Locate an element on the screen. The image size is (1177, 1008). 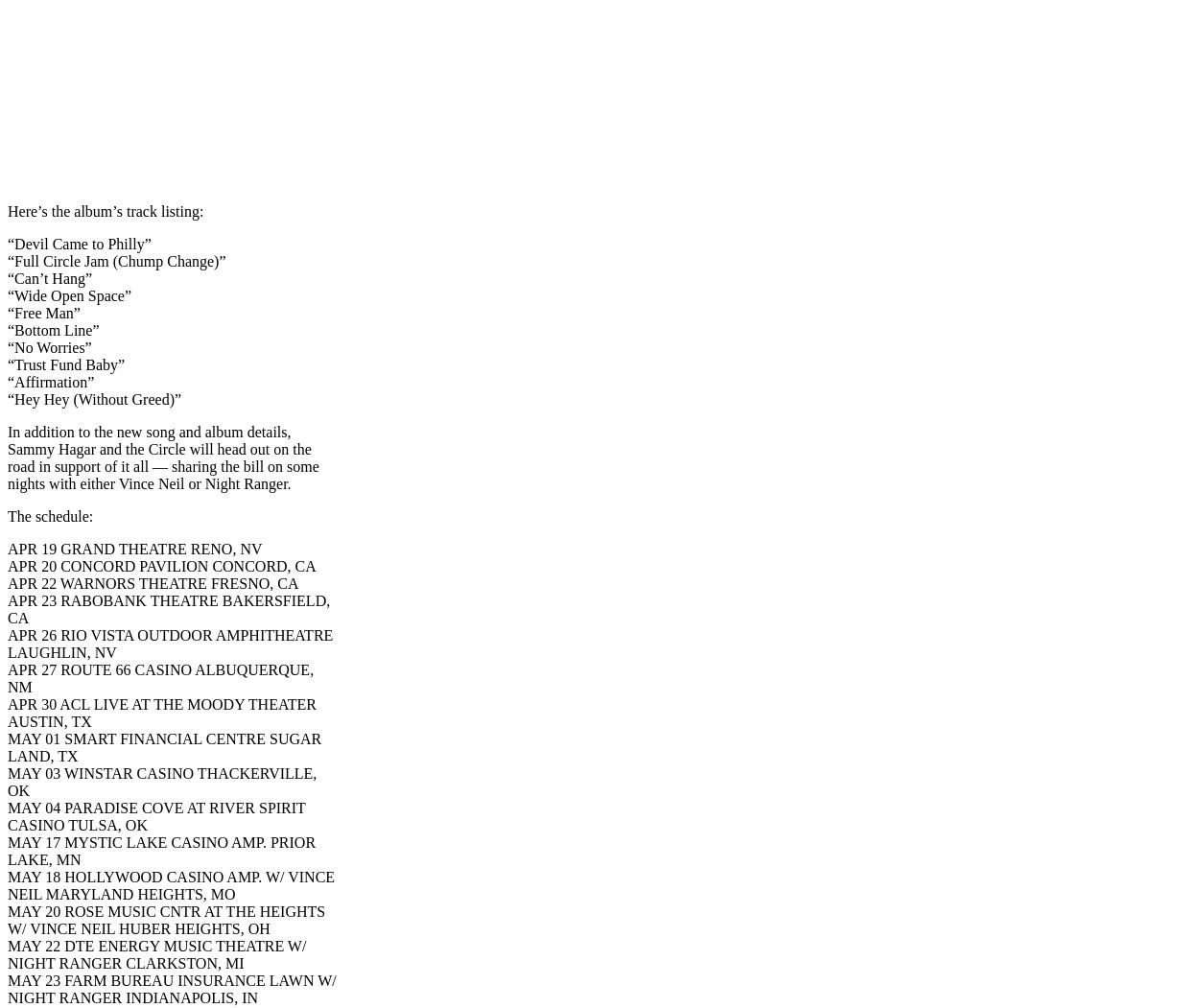
'APR 23 RABOBANK THEATRE BAKERSFIELD, CA' is located at coordinates (7, 608).